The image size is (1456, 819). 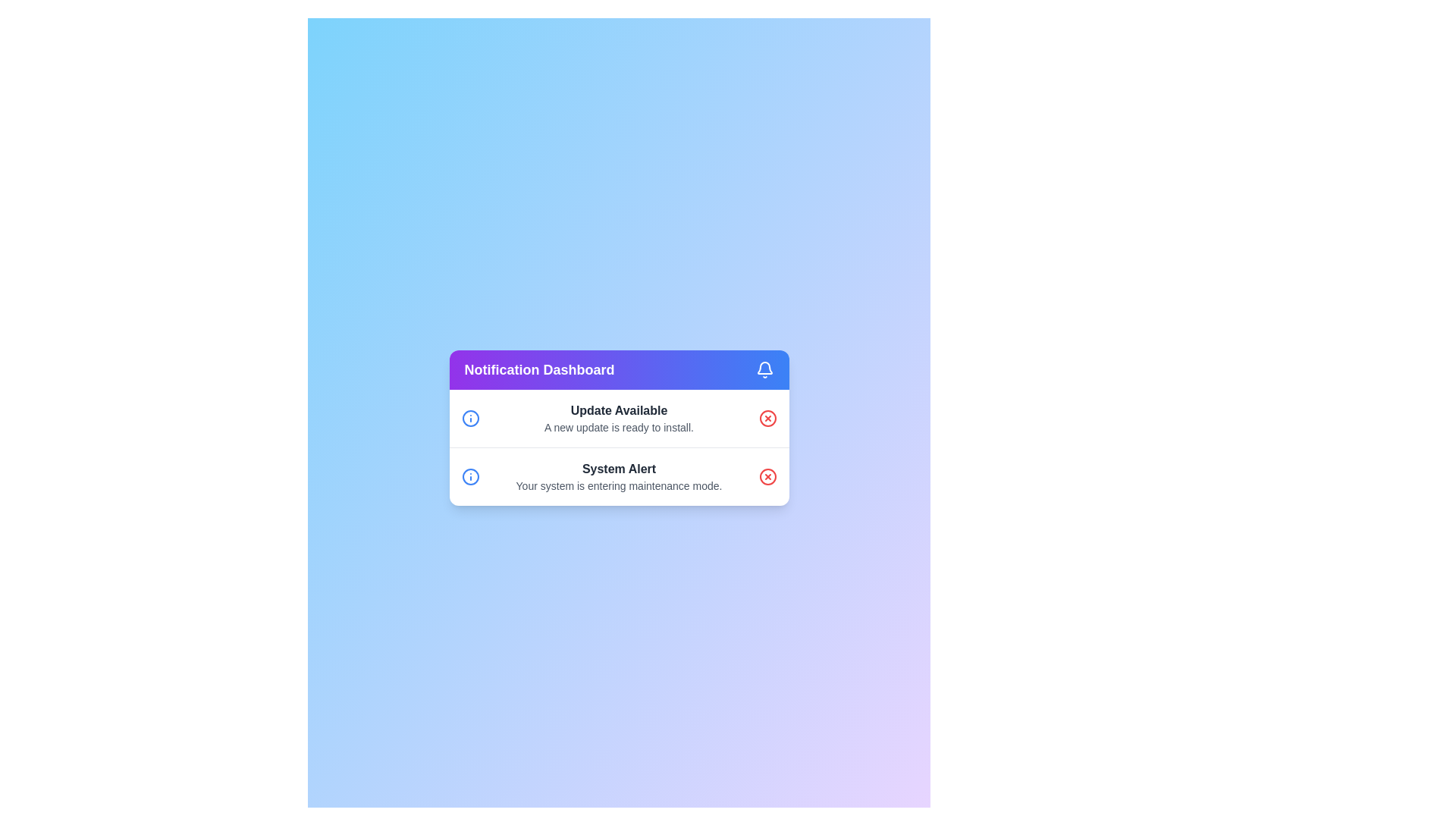 What do you see at coordinates (767, 475) in the screenshot?
I see `the circular outline element located next to the 'System Alert' notification entry in the notification dashboard interface` at bounding box center [767, 475].